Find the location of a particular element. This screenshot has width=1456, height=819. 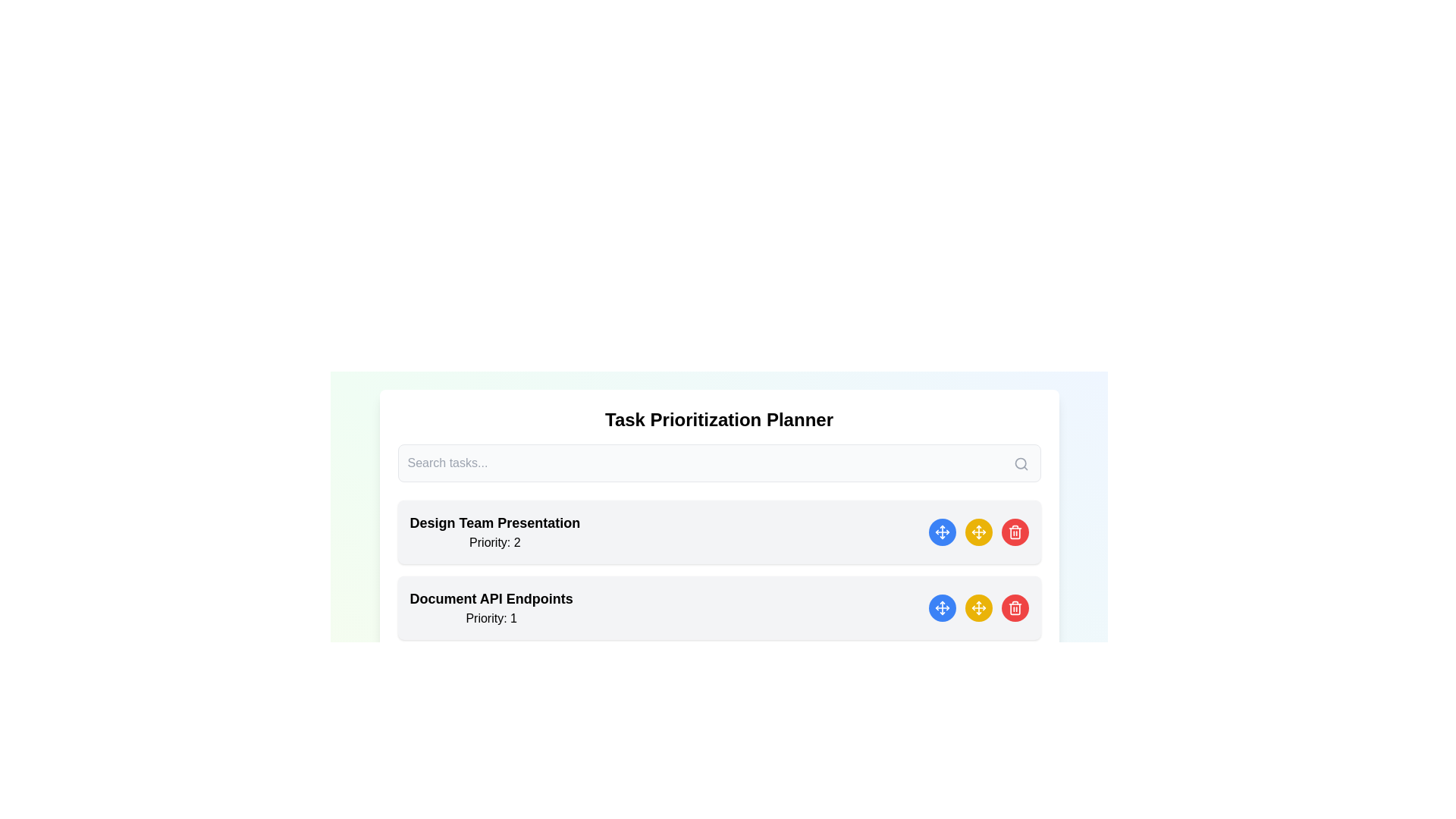

the middle circular button located at the bottom right corner of the card labeled 'Document API Endpoints Priority: 1' to trigger the hover effect is located at coordinates (978, 607).